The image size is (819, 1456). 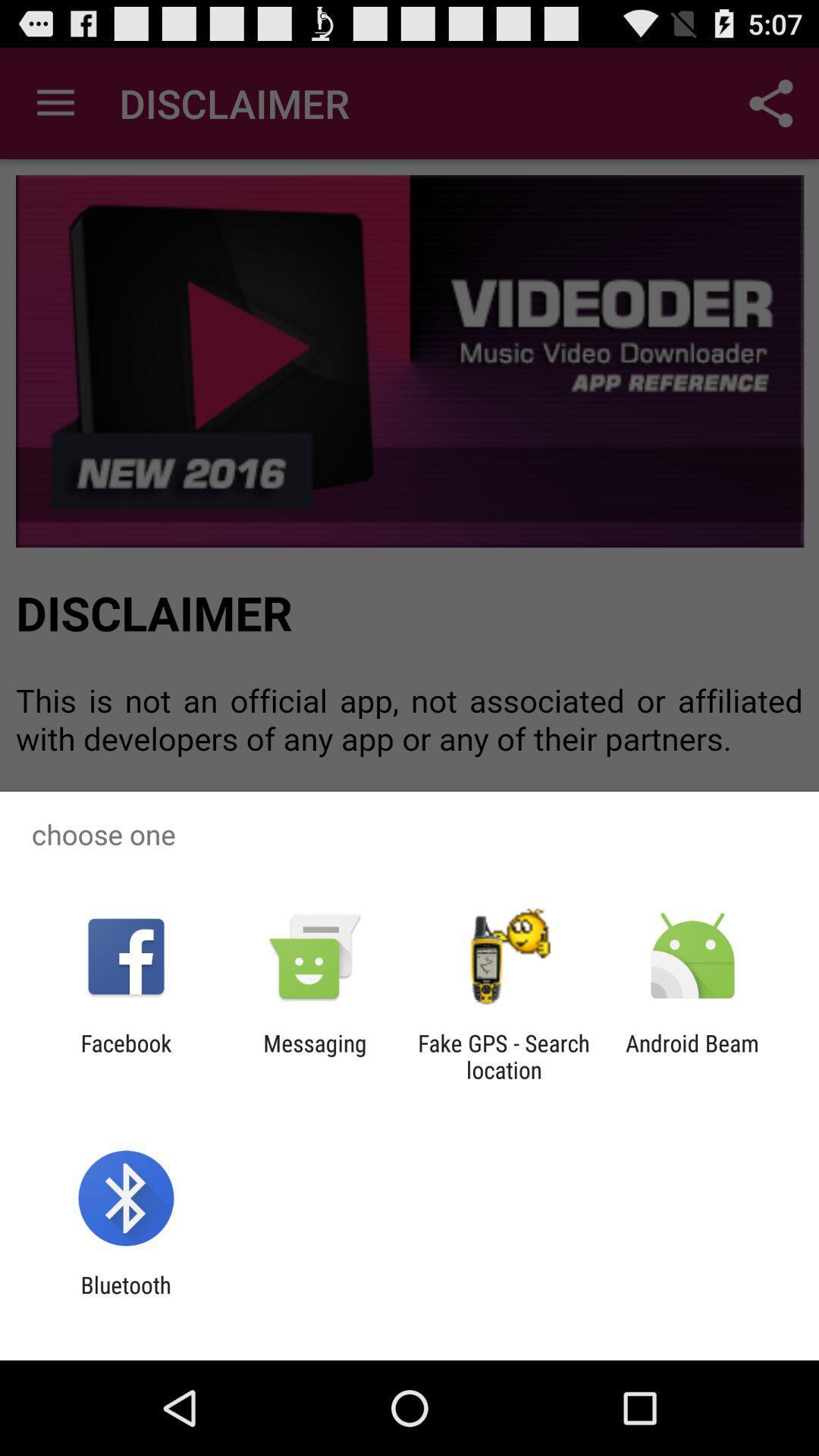 I want to click on icon to the left of android beam, so click(x=504, y=1056).